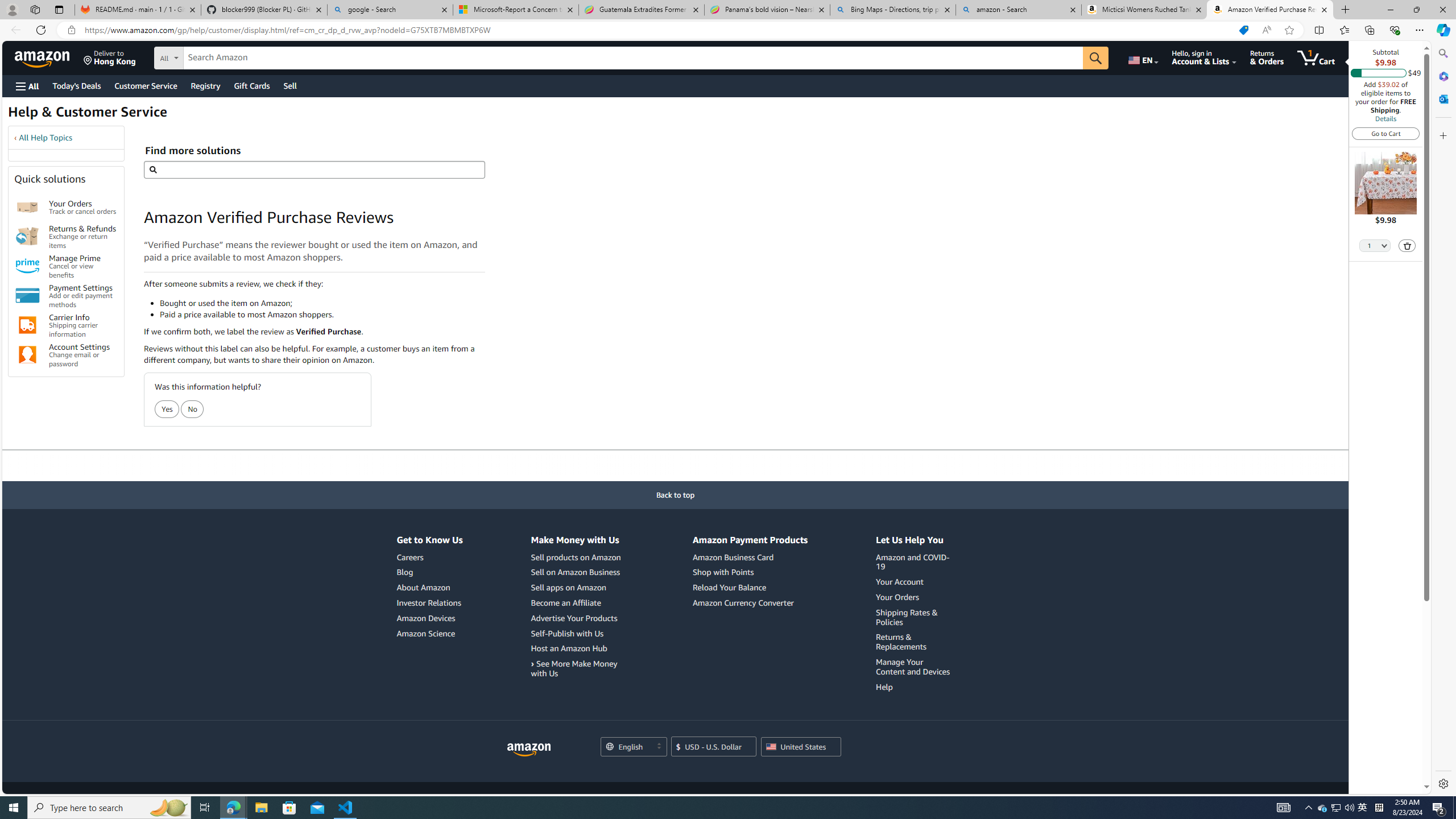 This screenshot has height=819, width=1456. What do you see at coordinates (1316, 57) in the screenshot?
I see `'1 item in cart'` at bounding box center [1316, 57].